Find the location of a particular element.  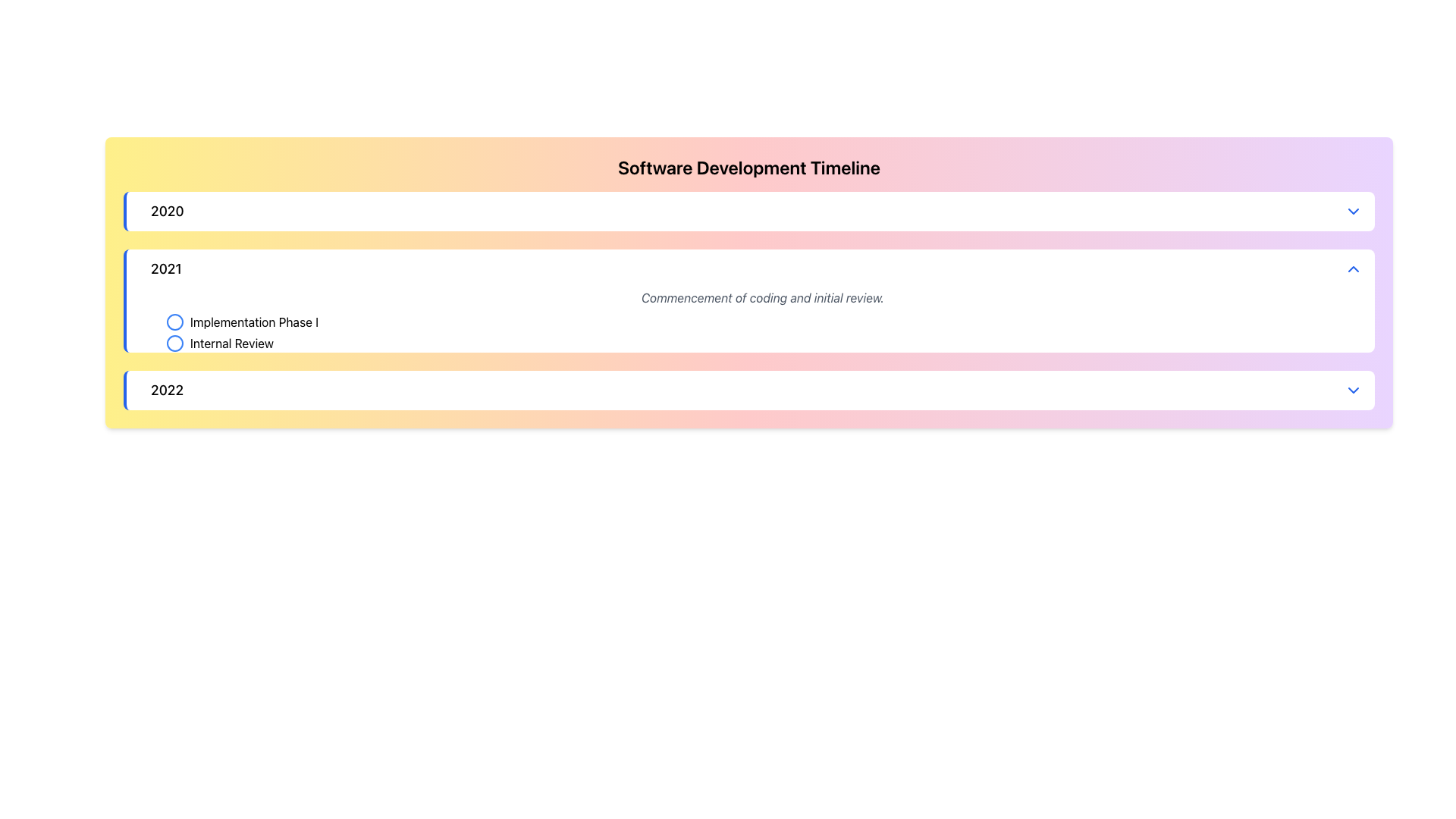

the static text label indicating the timeline year '2020' is located at coordinates (167, 211).